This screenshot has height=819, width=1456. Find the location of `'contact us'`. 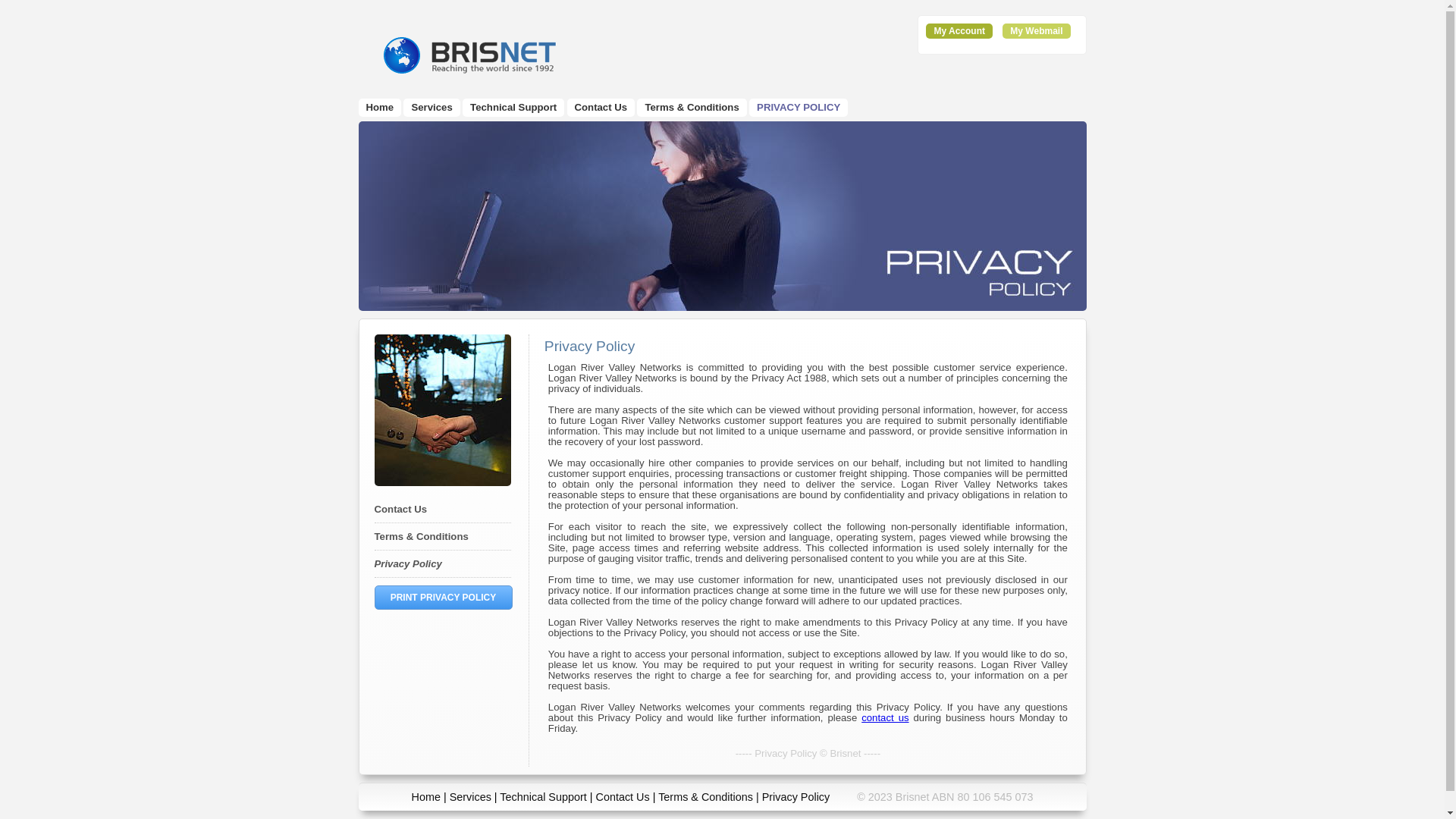

'contact us' is located at coordinates (884, 717).